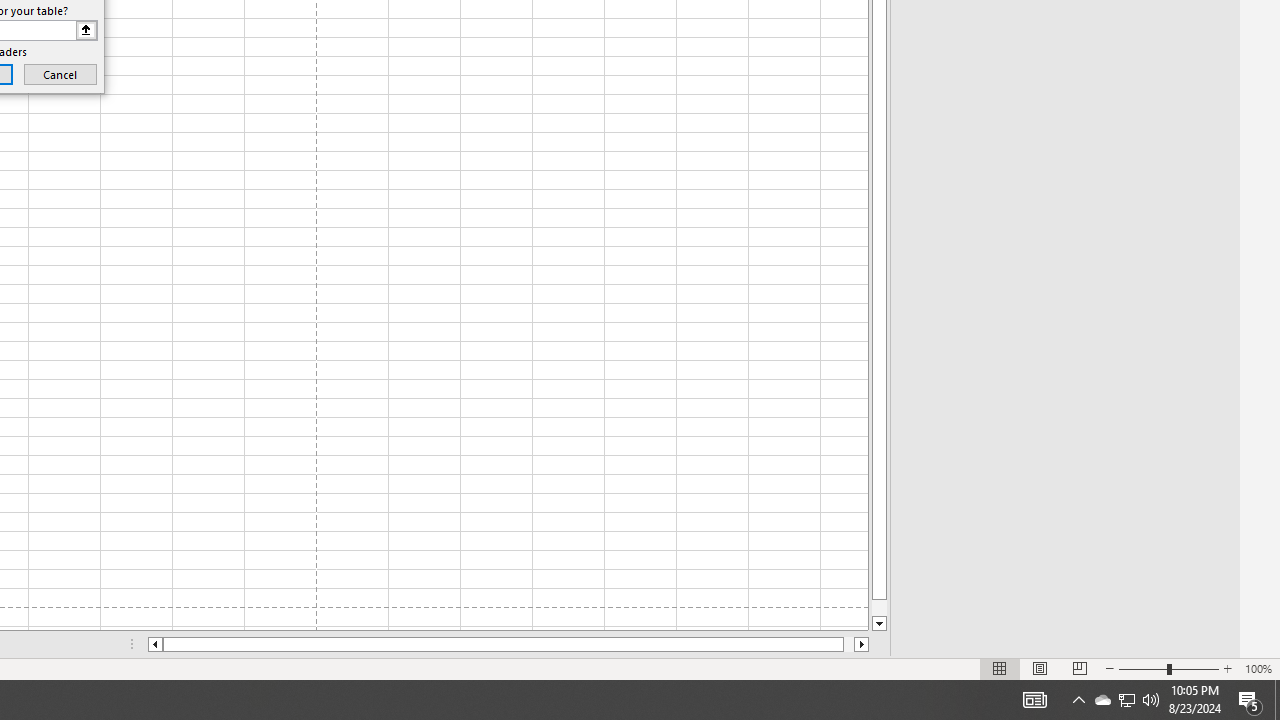  Describe the element at coordinates (508, 644) in the screenshot. I see `'Class: NetUIScrollBar'` at that location.